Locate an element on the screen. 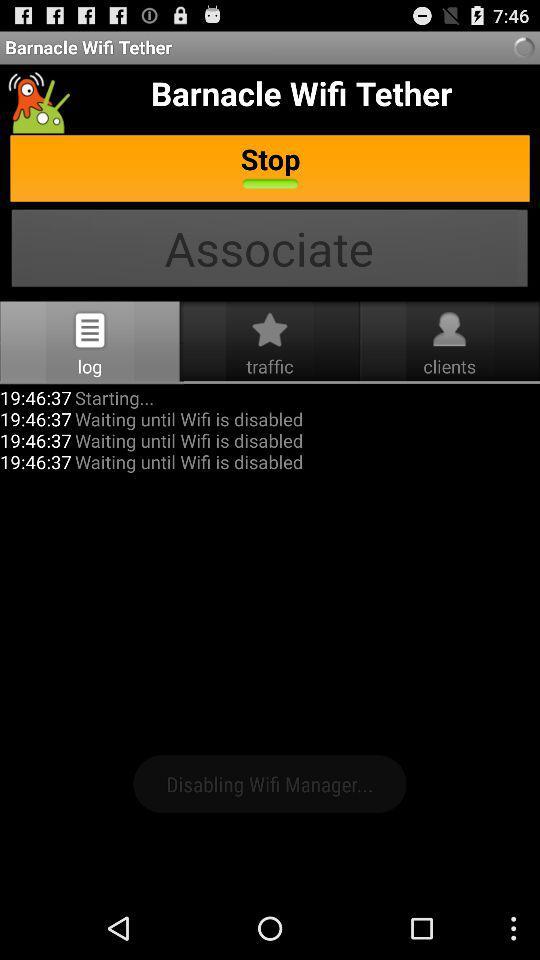 The height and width of the screenshot is (960, 540). the star icon which is just above the traffic is located at coordinates (270, 330).